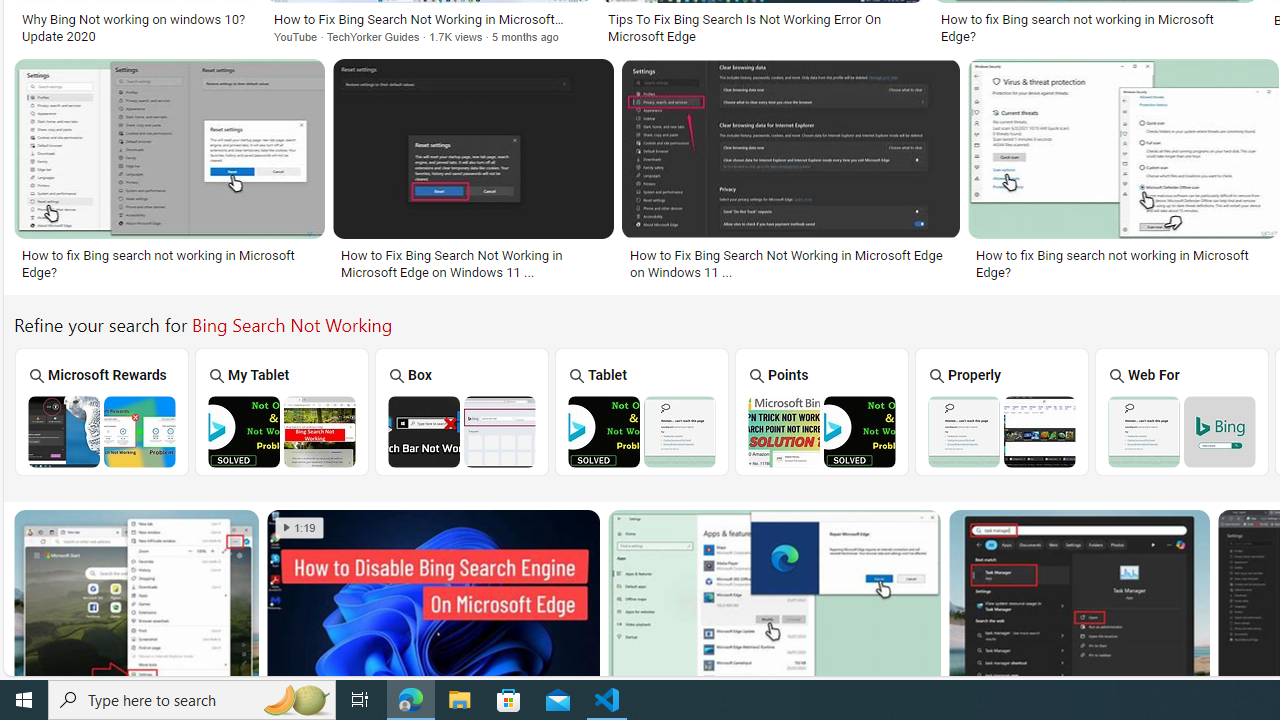  What do you see at coordinates (641, 410) in the screenshot?
I see `'Bing Tablet Search Not Working Tablet'` at bounding box center [641, 410].